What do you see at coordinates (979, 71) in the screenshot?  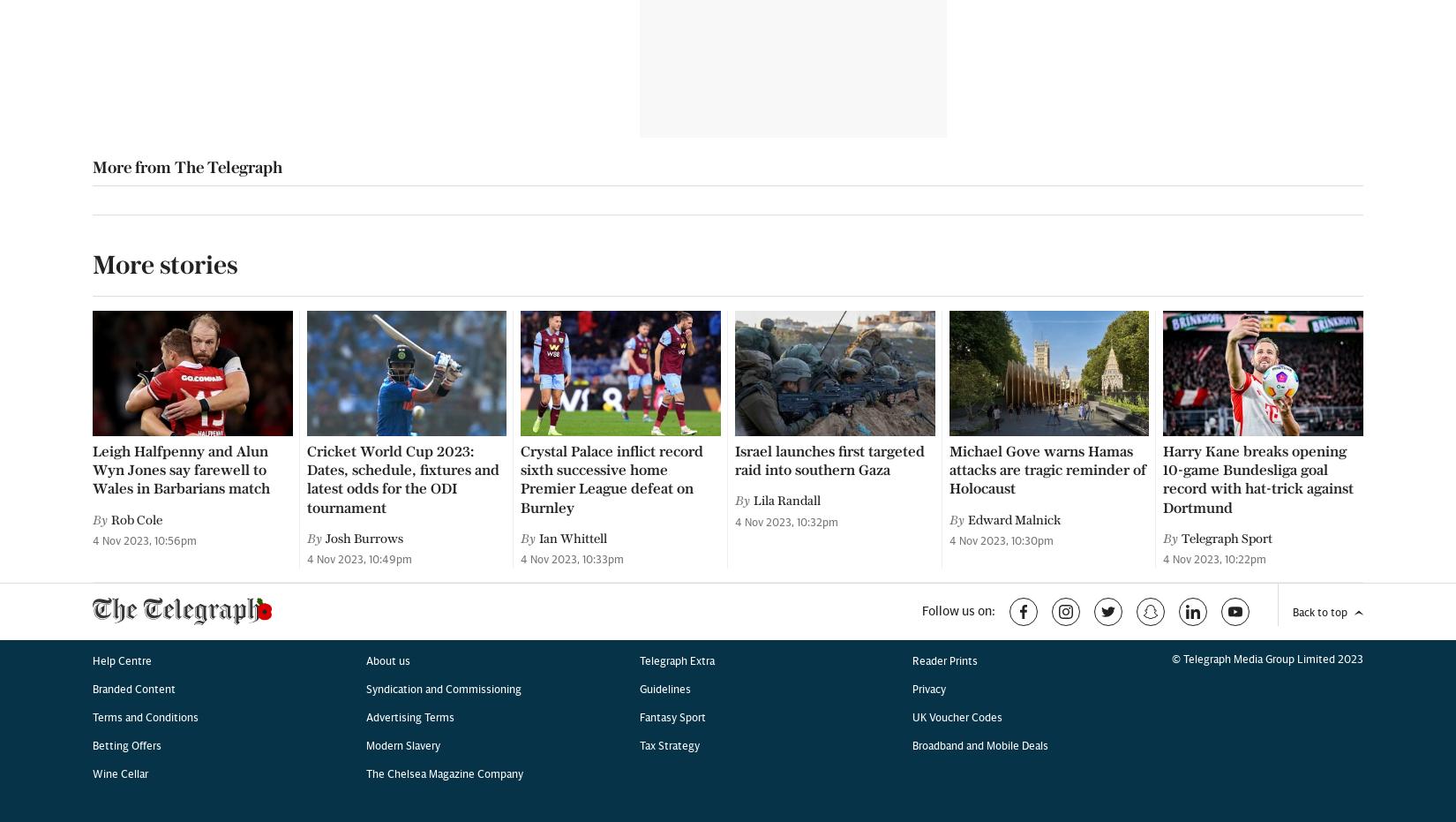 I see `'Broadband and Mobile Deals'` at bounding box center [979, 71].